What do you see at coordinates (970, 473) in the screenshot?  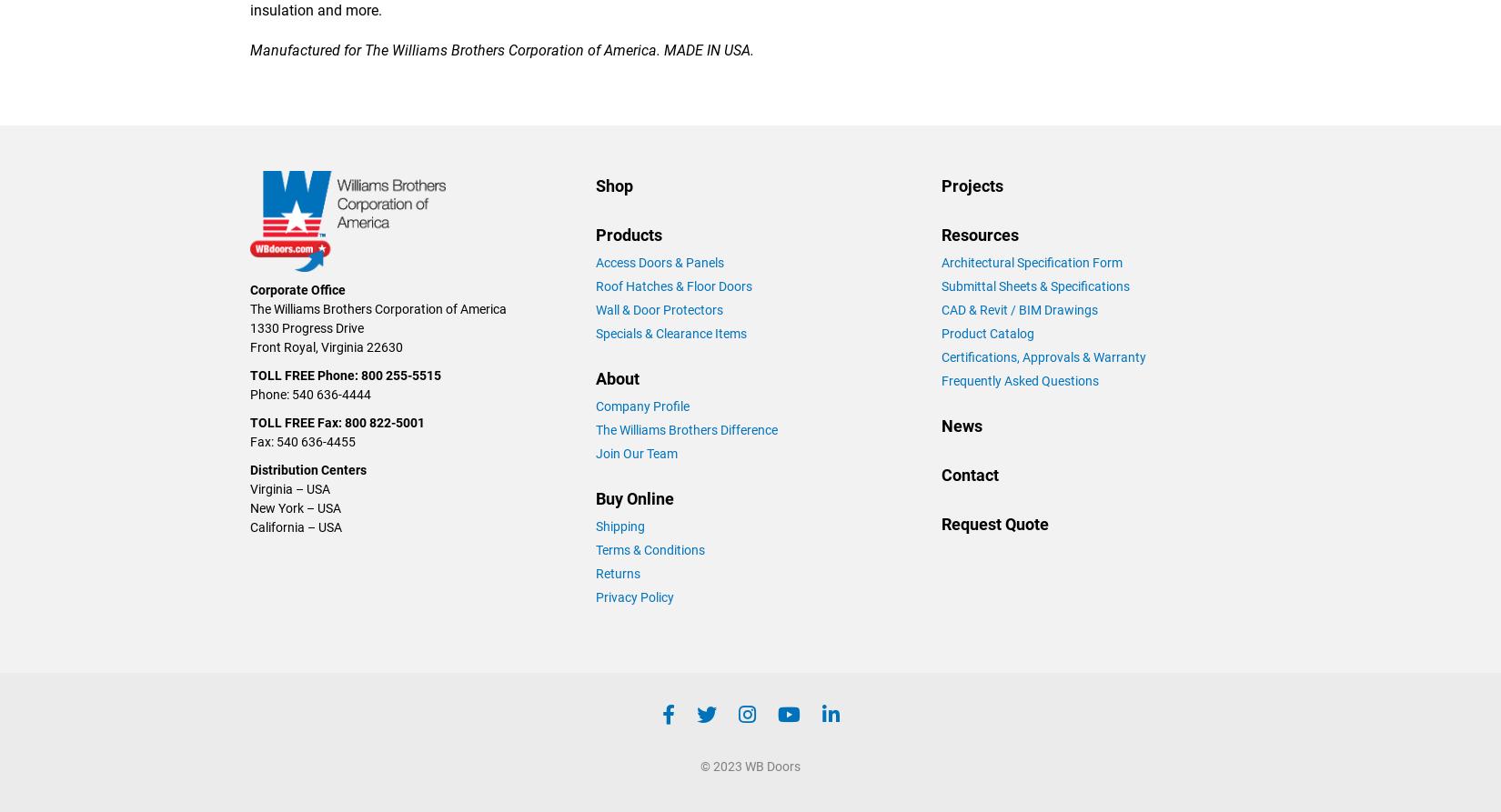 I see `'Contact'` at bounding box center [970, 473].